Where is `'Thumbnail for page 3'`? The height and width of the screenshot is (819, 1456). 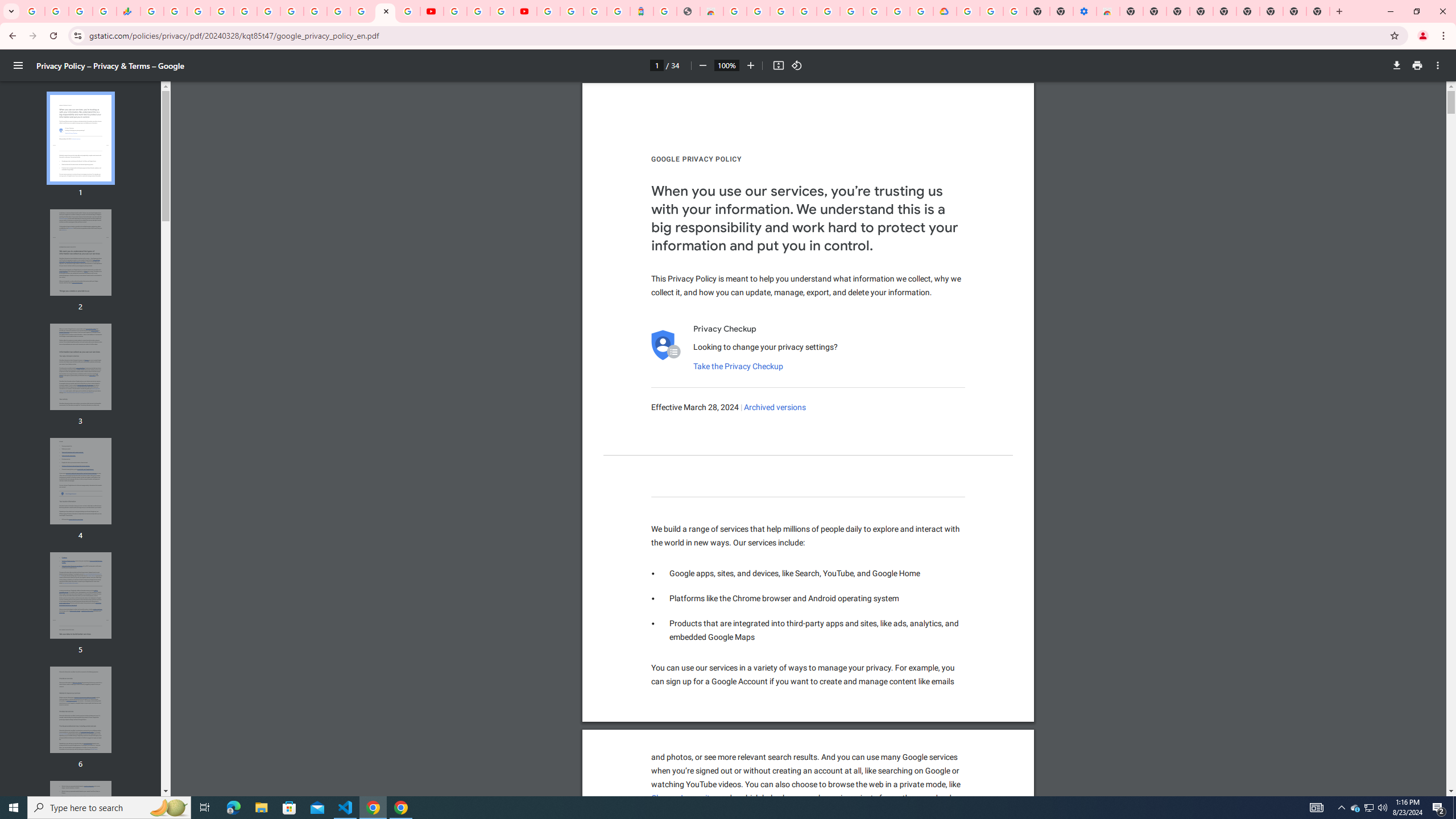 'Thumbnail for page 3' is located at coordinates (81, 366).